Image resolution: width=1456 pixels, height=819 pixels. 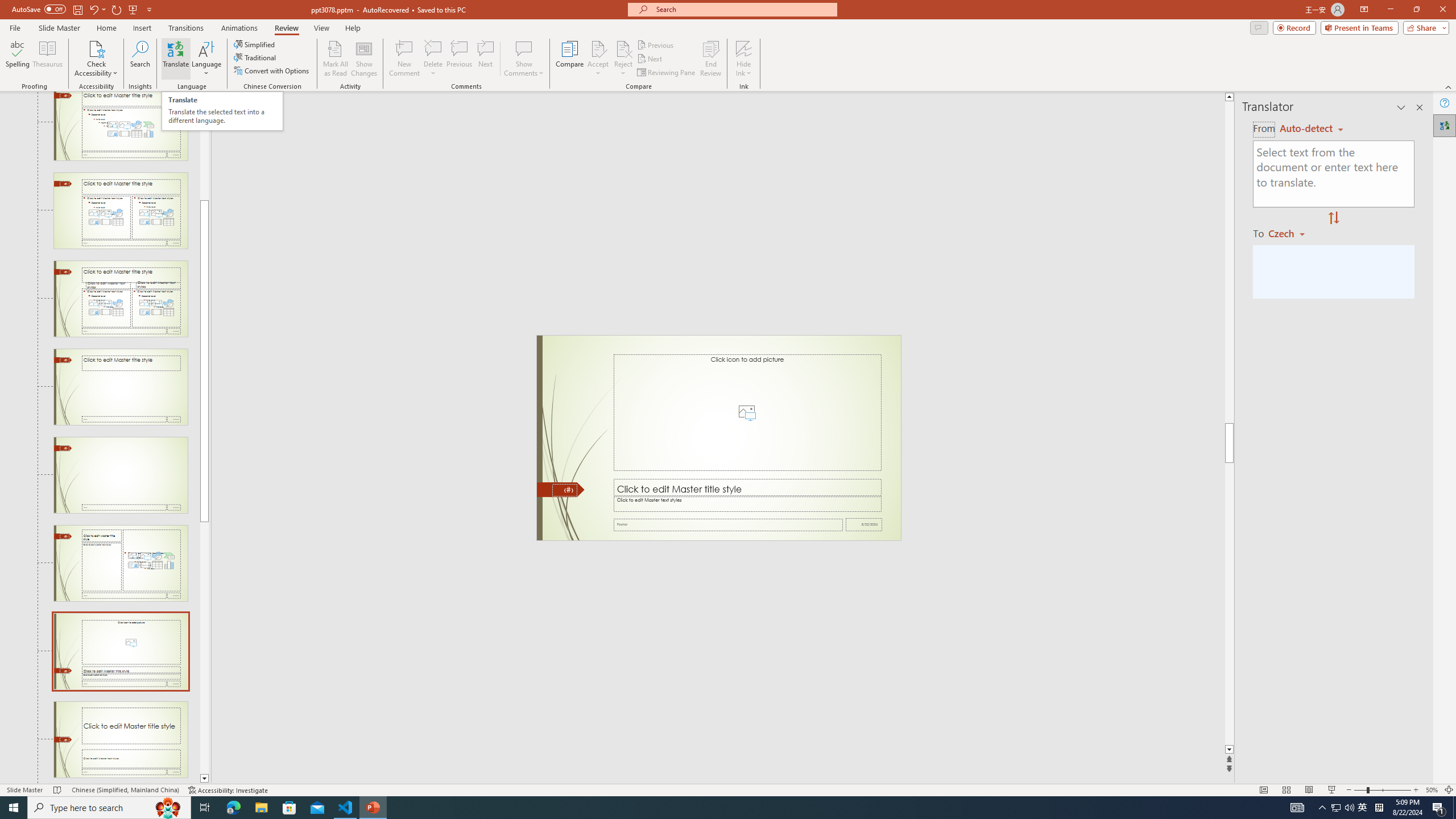 What do you see at coordinates (1333, 218) in the screenshot?
I see `'Swap "from" and "to" languages.'` at bounding box center [1333, 218].